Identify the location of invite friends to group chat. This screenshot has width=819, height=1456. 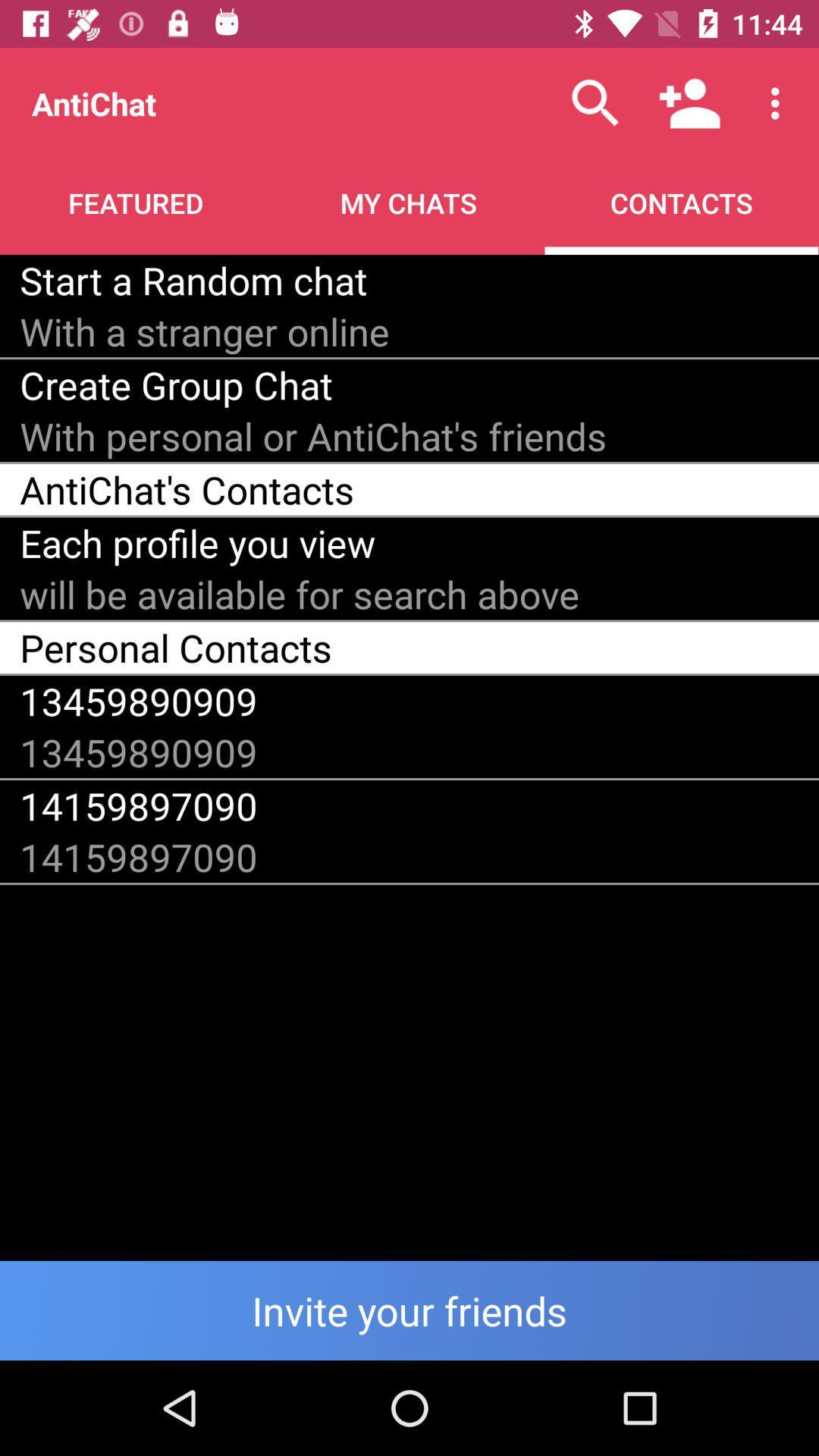
(409, 1310).